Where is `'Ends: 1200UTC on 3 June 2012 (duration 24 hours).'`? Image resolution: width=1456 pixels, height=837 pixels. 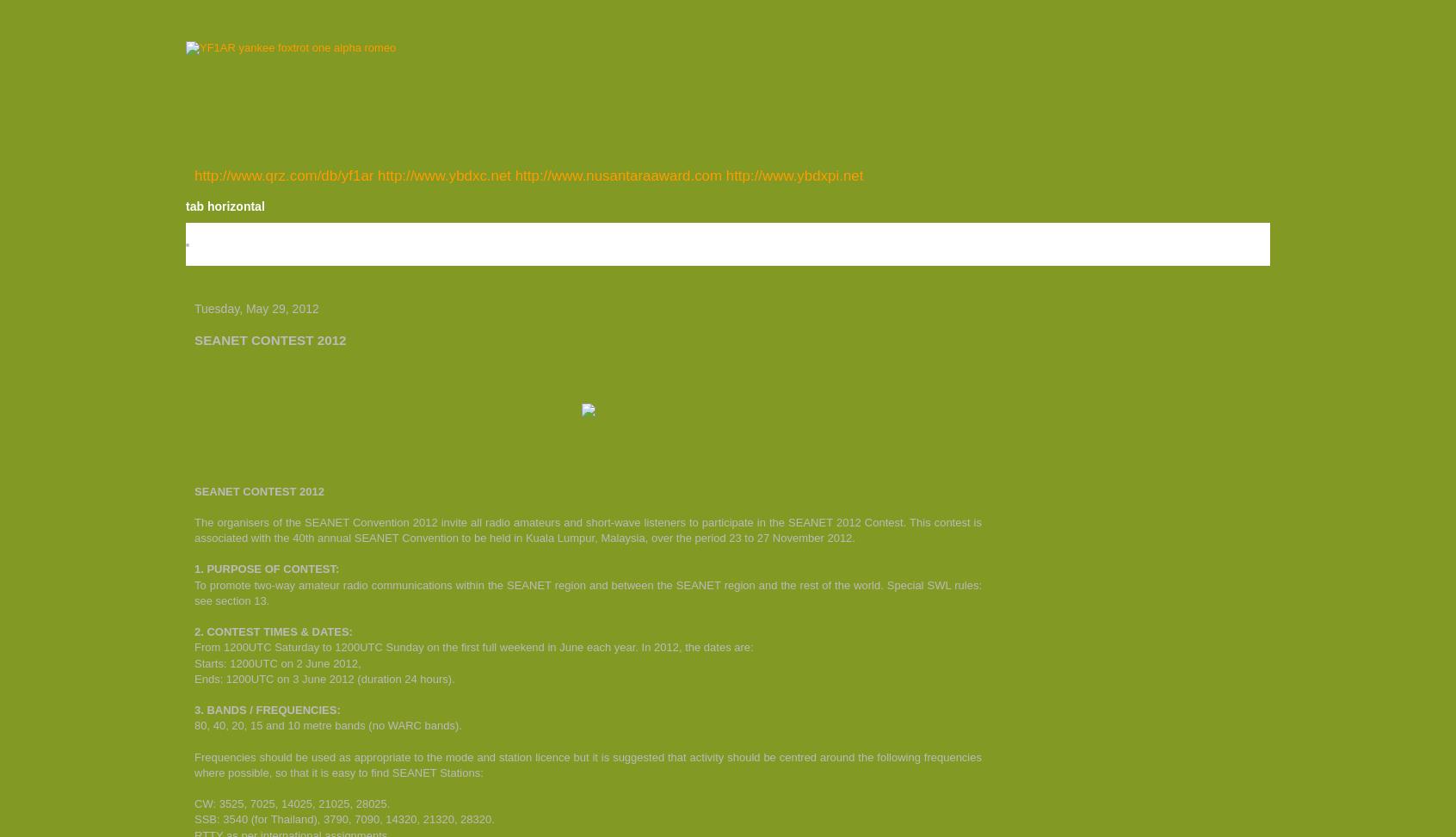
'Ends: 1200UTC on 3 June 2012 (duration 24 hours).' is located at coordinates (324, 677).